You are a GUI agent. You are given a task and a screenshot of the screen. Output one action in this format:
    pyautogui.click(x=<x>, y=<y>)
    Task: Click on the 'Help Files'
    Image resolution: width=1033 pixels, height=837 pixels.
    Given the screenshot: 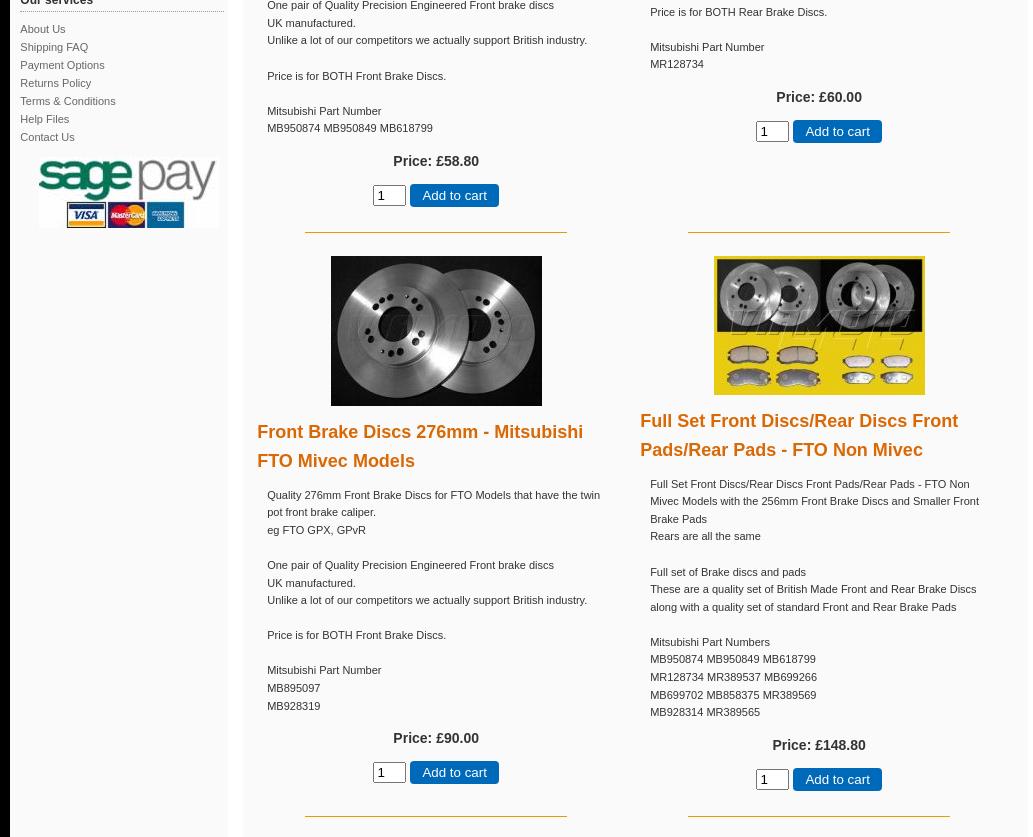 What is the action you would take?
    pyautogui.click(x=20, y=118)
    